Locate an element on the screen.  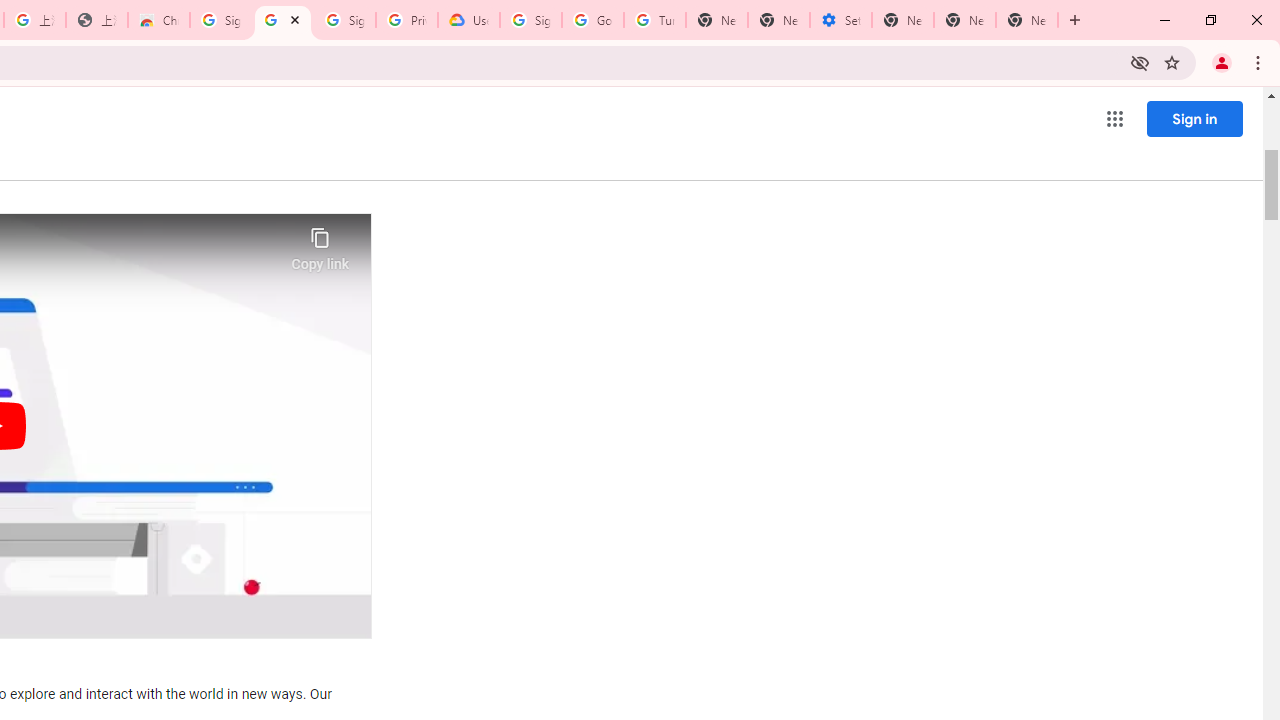
'Sign in - Google Accounts' is located at coordinates (220, 20).